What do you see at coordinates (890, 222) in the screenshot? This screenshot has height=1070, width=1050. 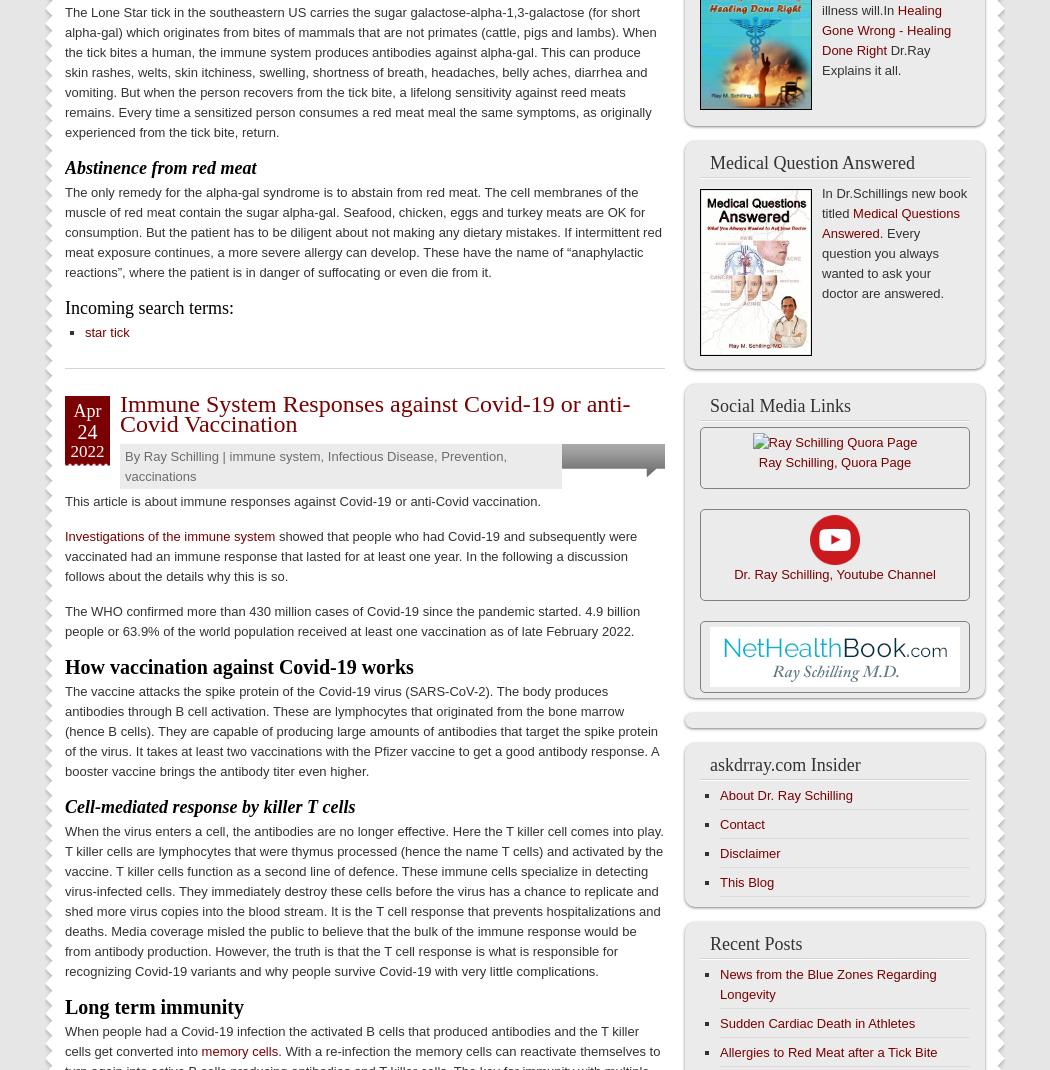 I see `'Medical Questions Answered'` at bounding box center [890, 222].